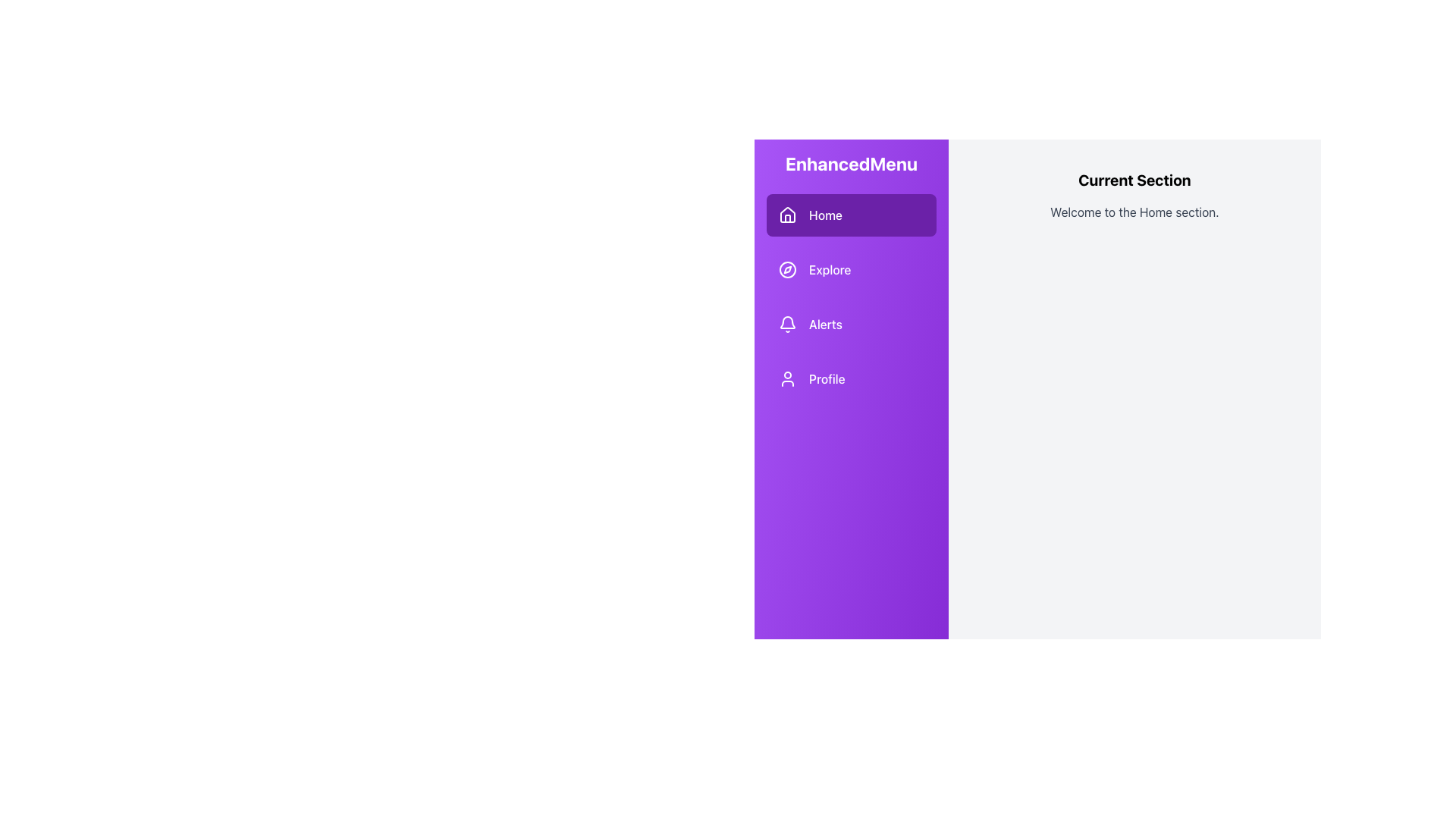 This screenshot has height=819, width=1456. I want to click on the 'Home' text label in the sidebar menu for interaction feedback, so click(825, 215).